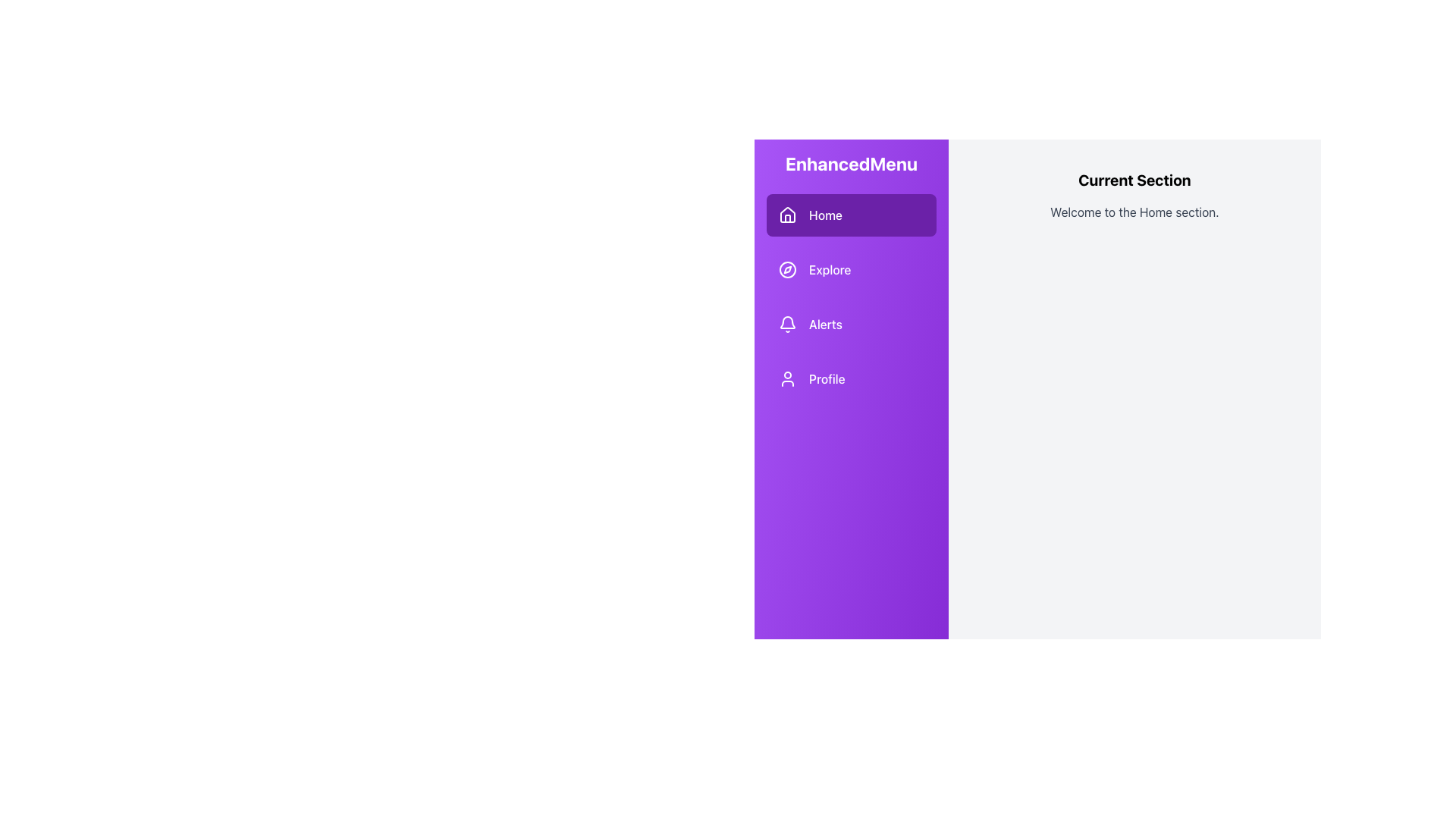 This screenshot has height=819, width=1456. I want to click on the 'Home' text label in the sidebar menu for interaction feedback, so click(825, 215).